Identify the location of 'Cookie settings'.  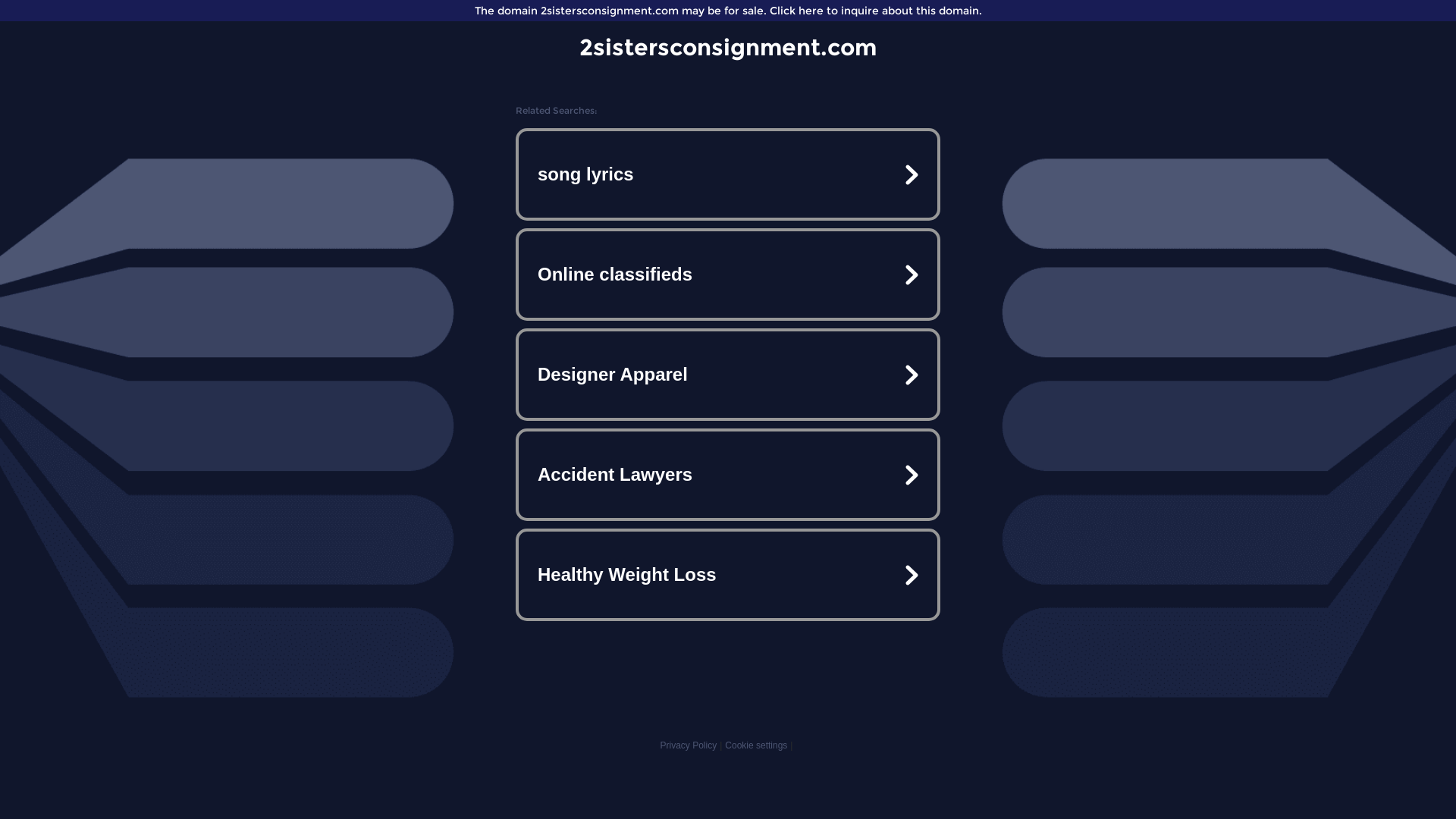
(756, 745).